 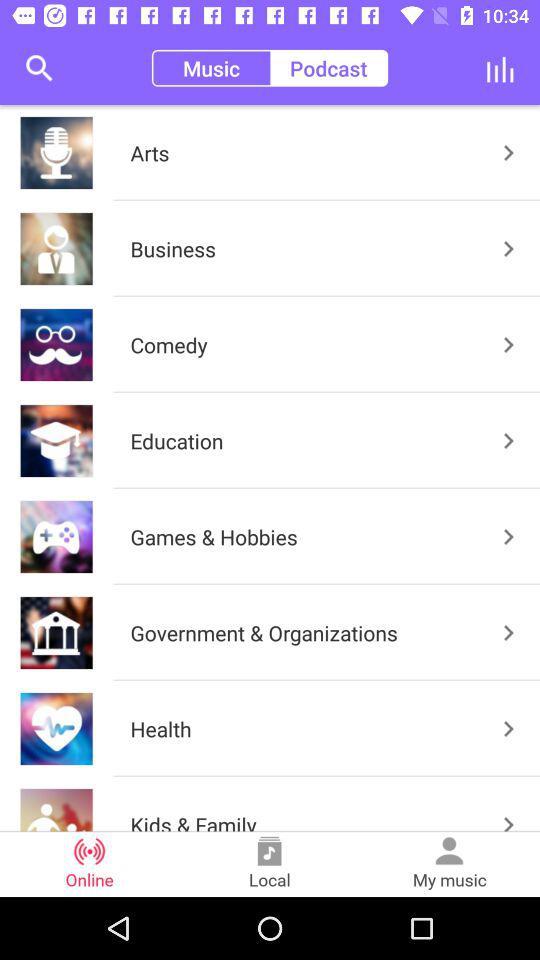 I want to click on the icon next to local, so click(x=449, y=863).